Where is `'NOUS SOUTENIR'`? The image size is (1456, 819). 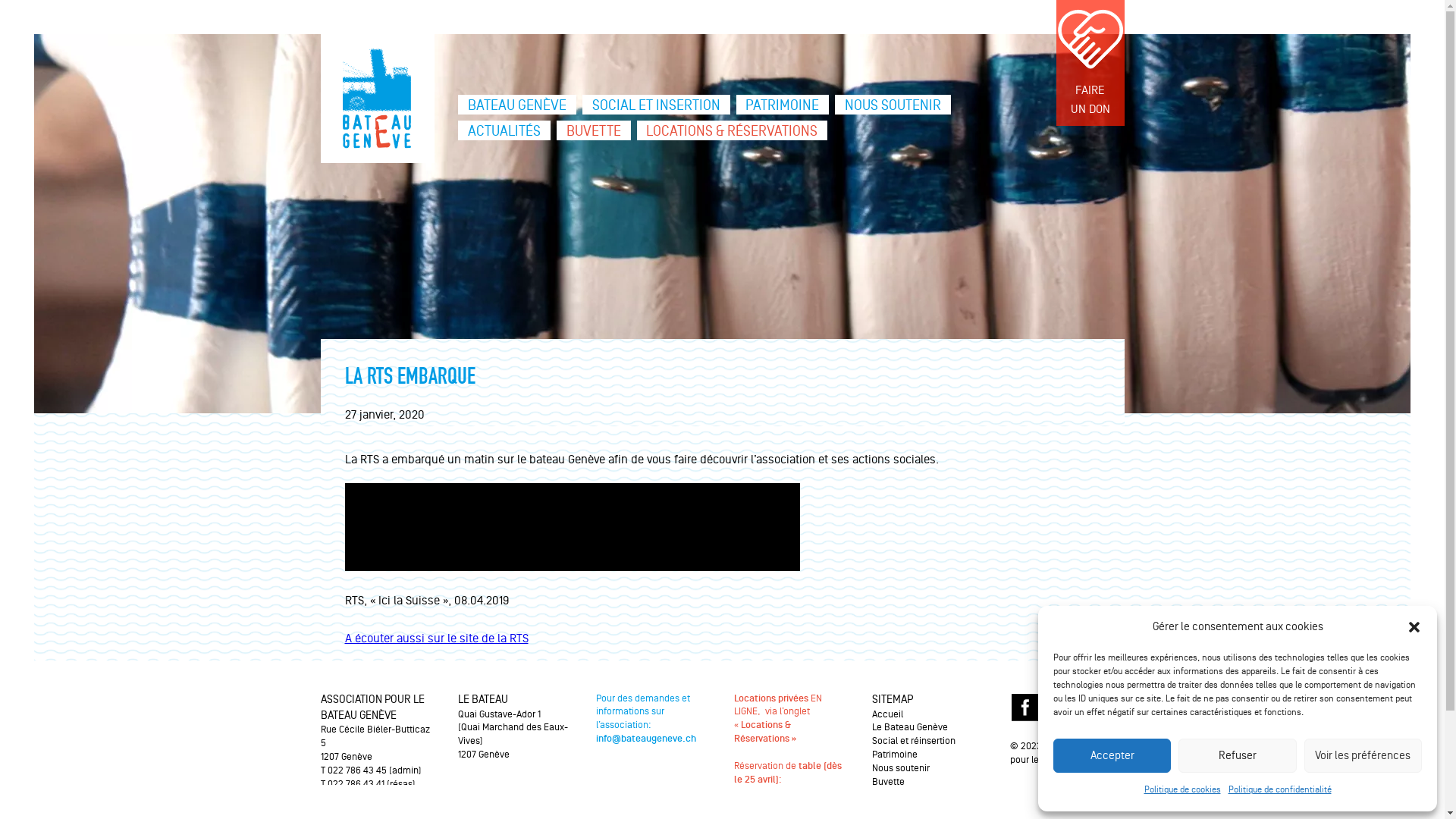 'NOUS SOUTENIR' is located at coordinates (893, 104).